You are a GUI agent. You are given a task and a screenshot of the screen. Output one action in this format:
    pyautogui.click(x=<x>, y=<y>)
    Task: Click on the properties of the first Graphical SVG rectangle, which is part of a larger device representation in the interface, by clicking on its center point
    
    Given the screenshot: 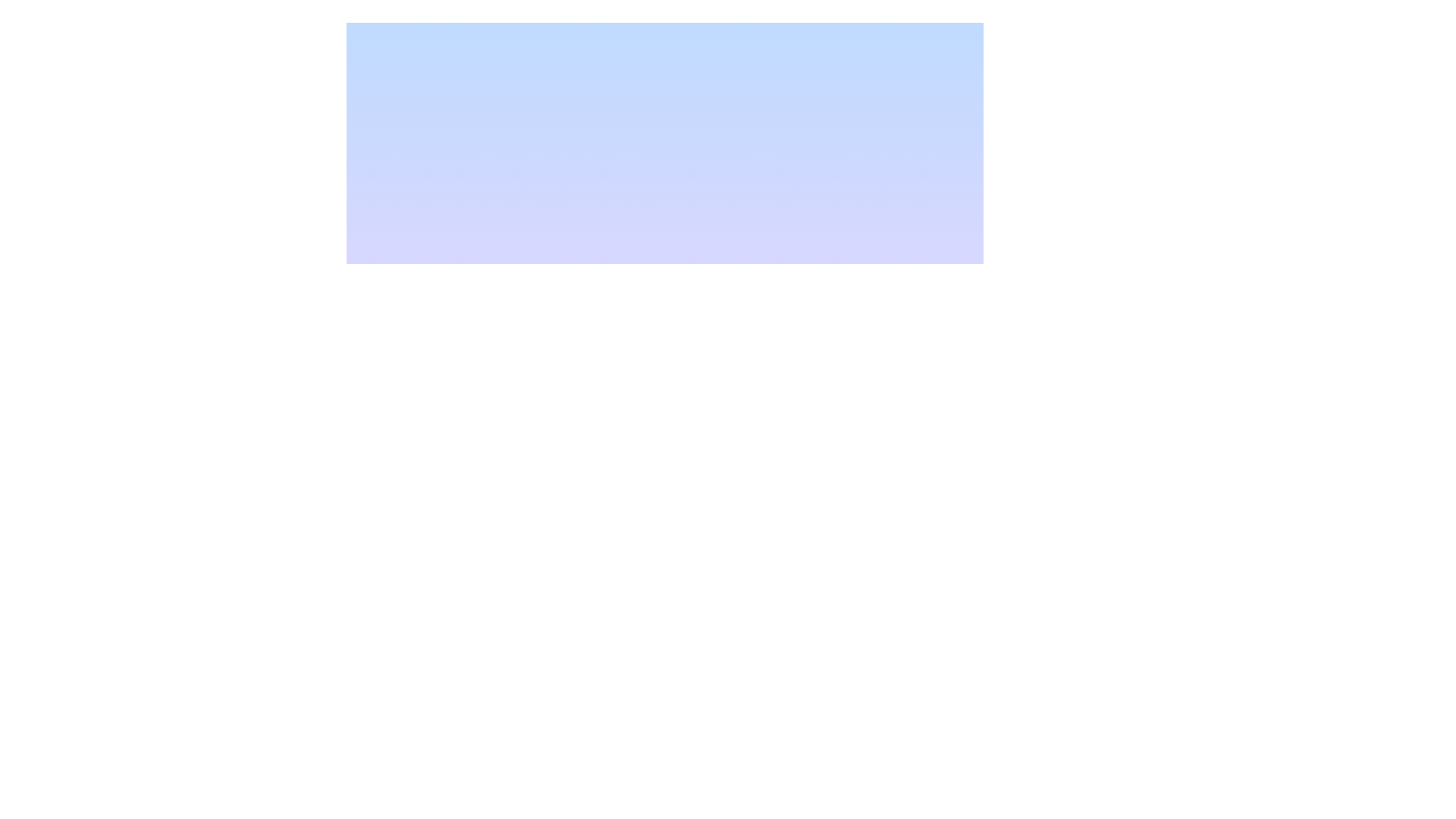 What is the action you would take?
    pyautogui.click(x=709, y=377)
    